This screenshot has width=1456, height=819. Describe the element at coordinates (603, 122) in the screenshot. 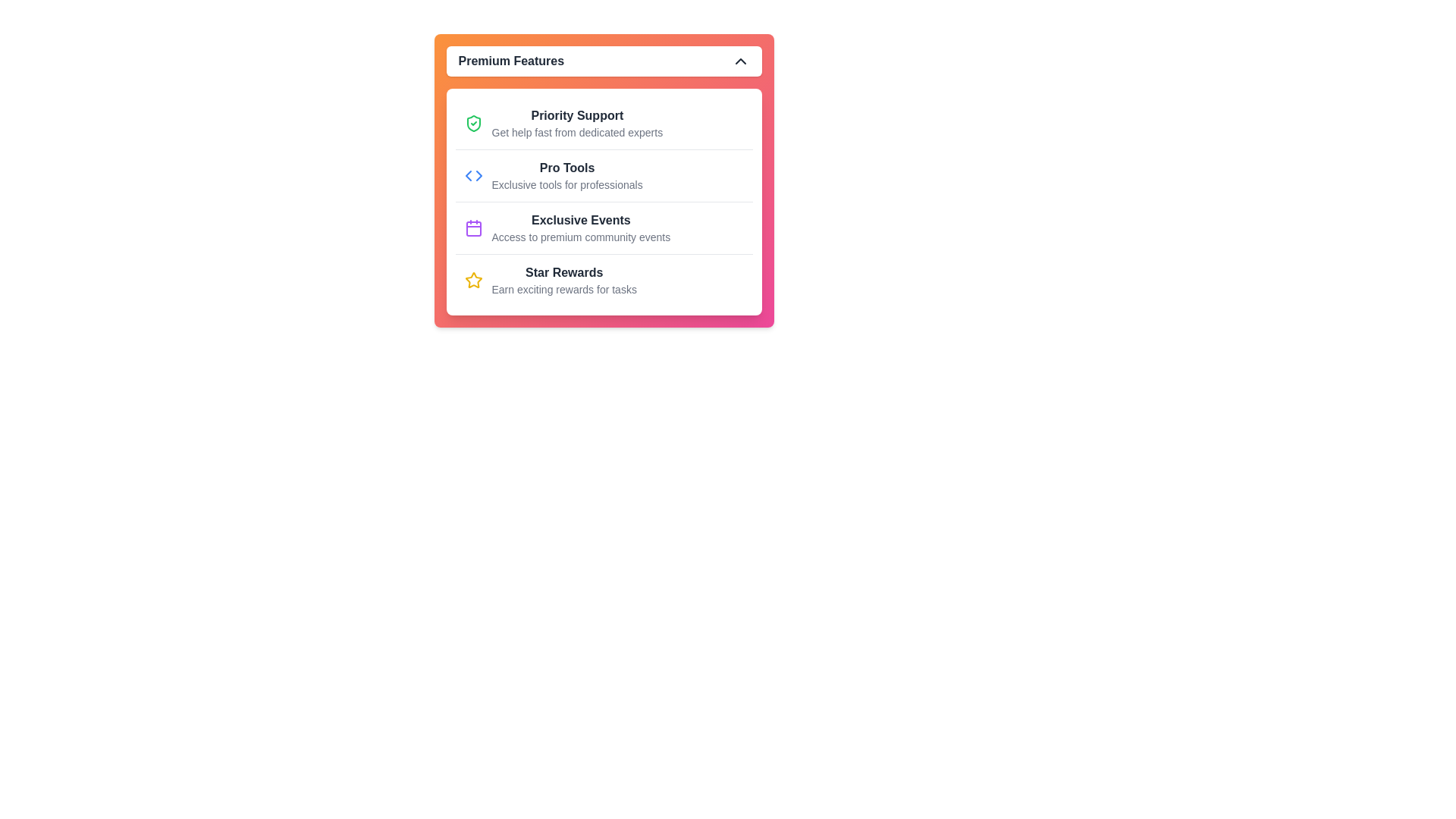

I see `the 'Priority Support' list item` at that location.